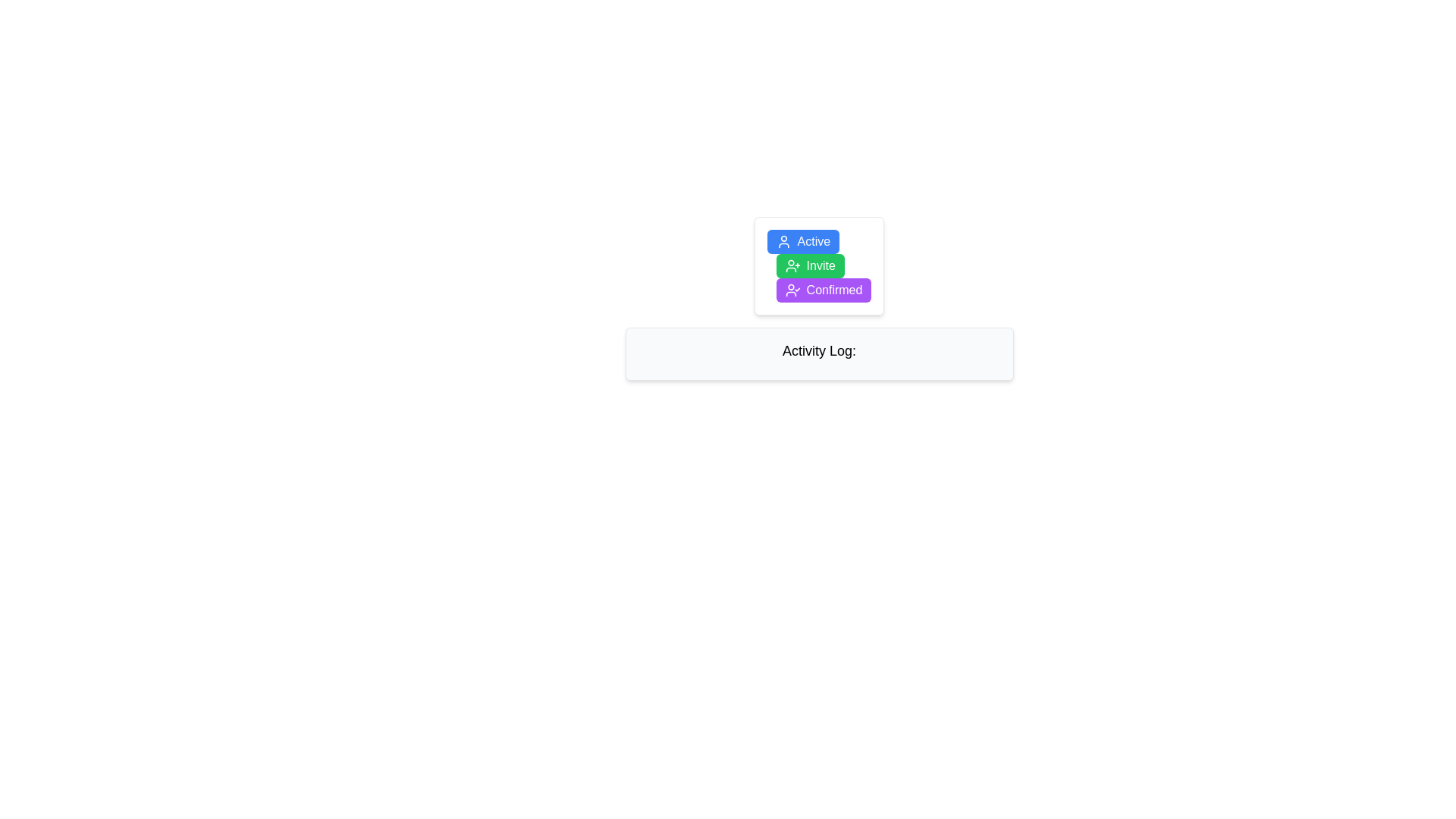 This screenshot has width=1456, height=819. I want to click on the confirmed status button located in the vertical stack of buttons, positioned between the 'Invite' button and an empty space, for accessibility navigation, so click(823, 290).